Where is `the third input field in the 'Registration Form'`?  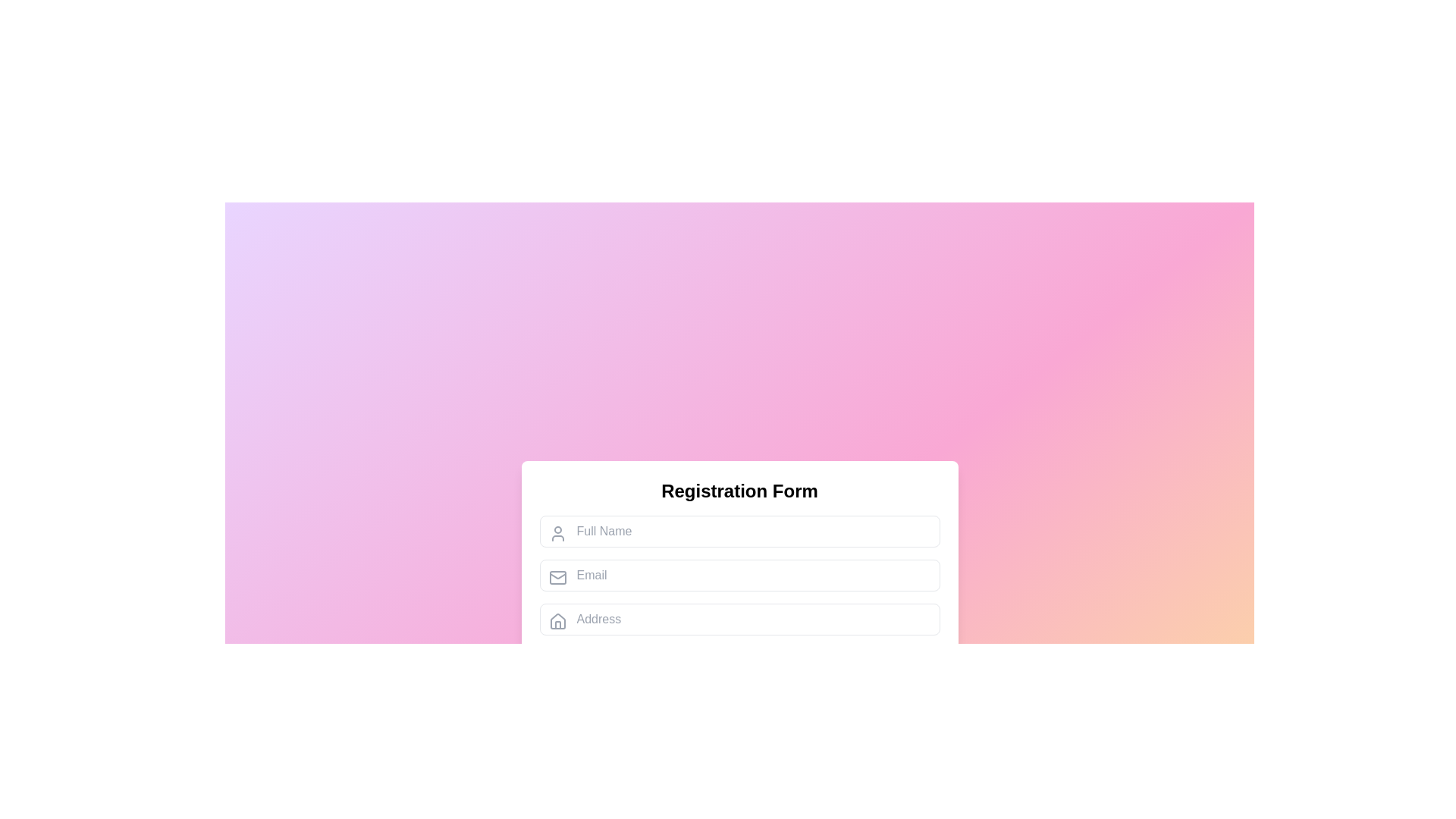
the third input field in the 'Registration Form' is located at coordinates (739, 610).